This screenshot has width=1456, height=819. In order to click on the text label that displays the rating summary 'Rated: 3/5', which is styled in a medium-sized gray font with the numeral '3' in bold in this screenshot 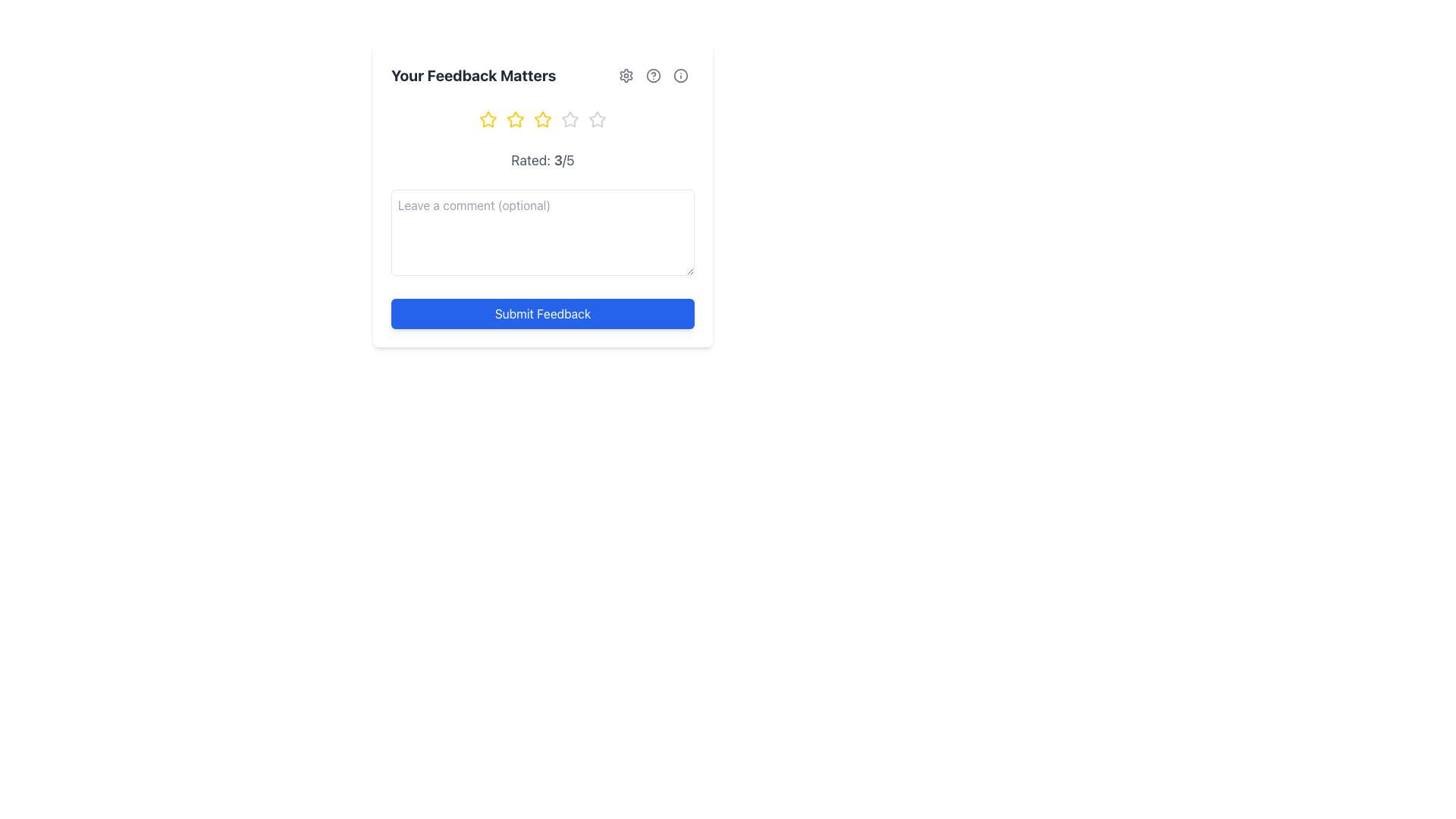, I will do `click(542, 161)`.